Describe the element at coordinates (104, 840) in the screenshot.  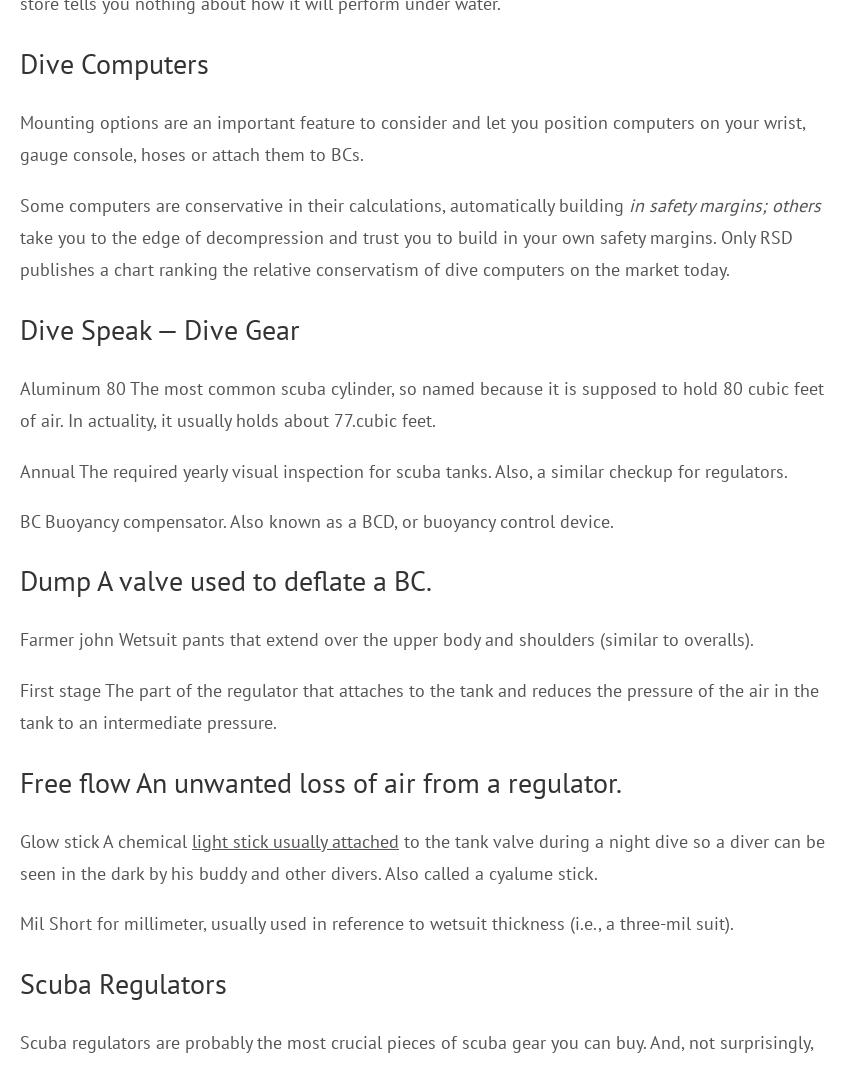
I see `'Glow stick A chemical'` at that location.